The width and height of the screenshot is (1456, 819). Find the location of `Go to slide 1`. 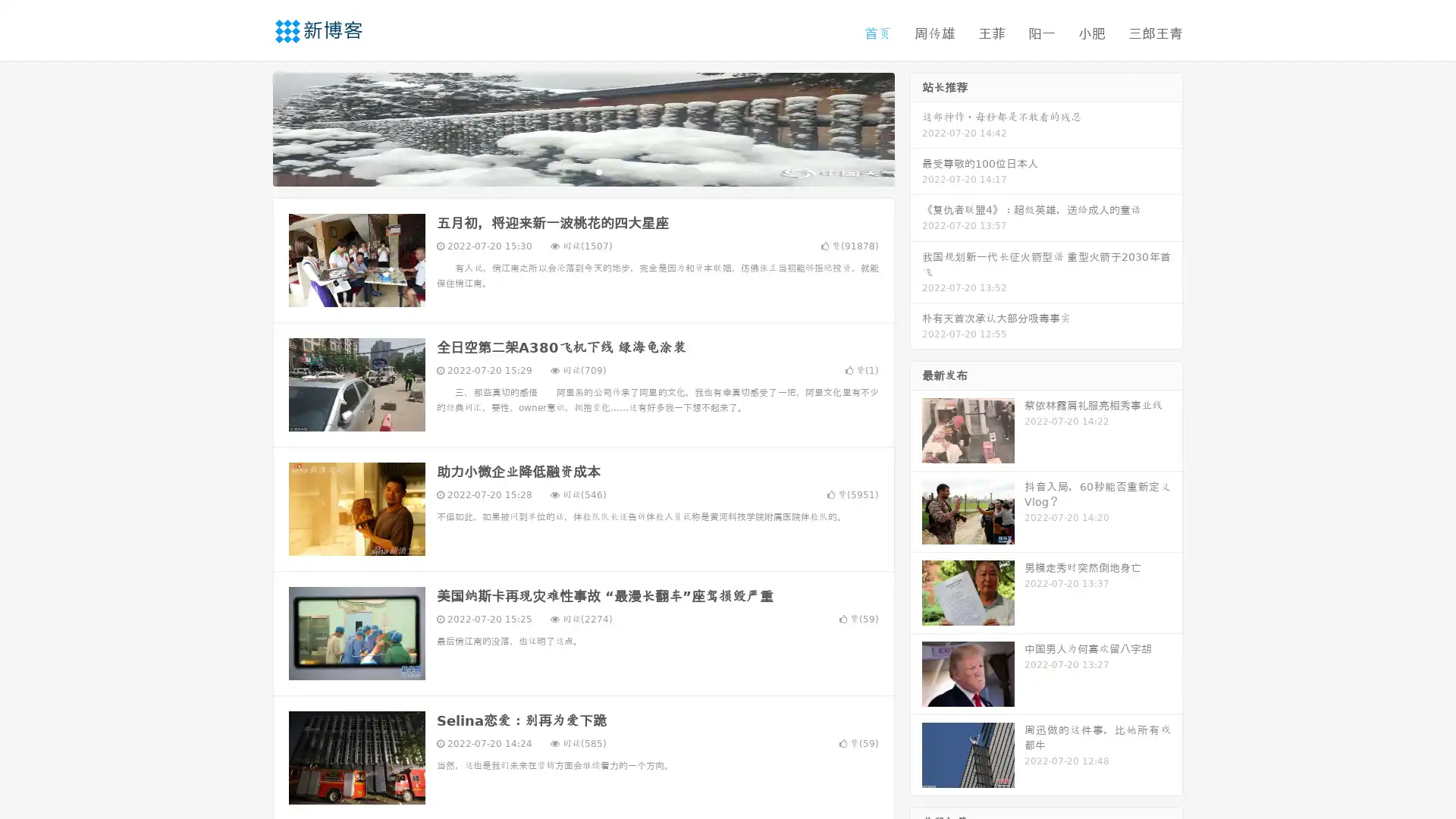

Go to slide 1 is located at coordinates (567, 171).